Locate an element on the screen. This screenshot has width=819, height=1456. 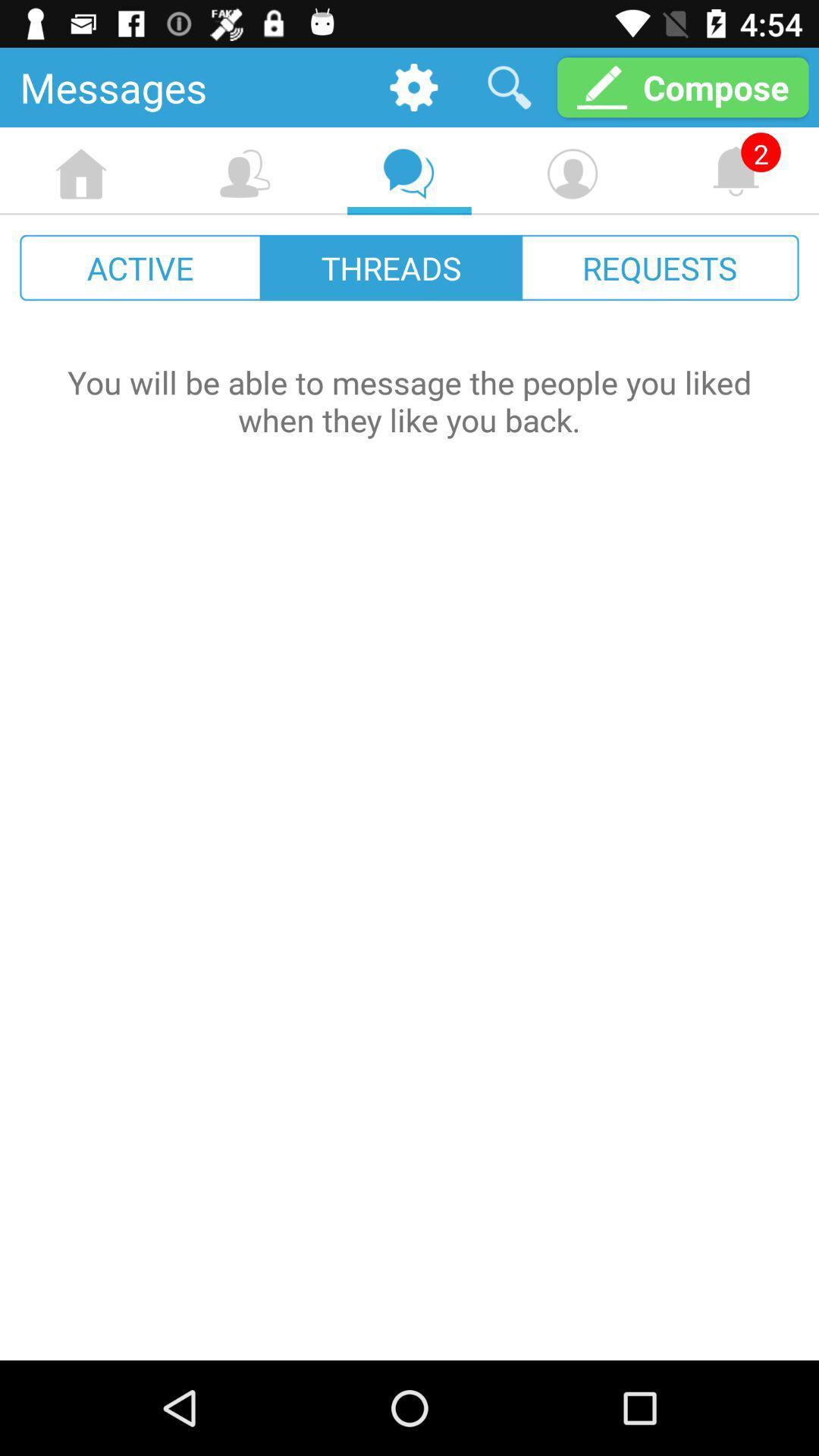
compose is located at coordinates (682, 86).